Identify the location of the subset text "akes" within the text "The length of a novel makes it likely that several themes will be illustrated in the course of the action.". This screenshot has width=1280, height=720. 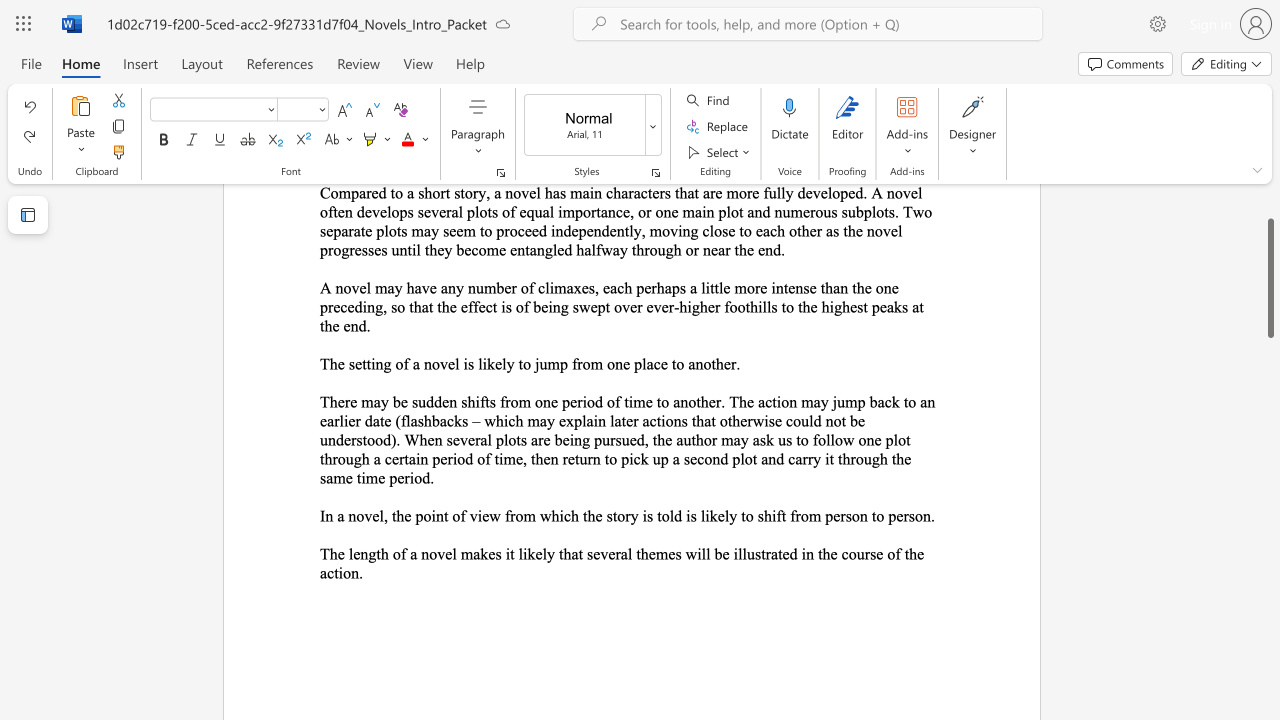
(472, 553).